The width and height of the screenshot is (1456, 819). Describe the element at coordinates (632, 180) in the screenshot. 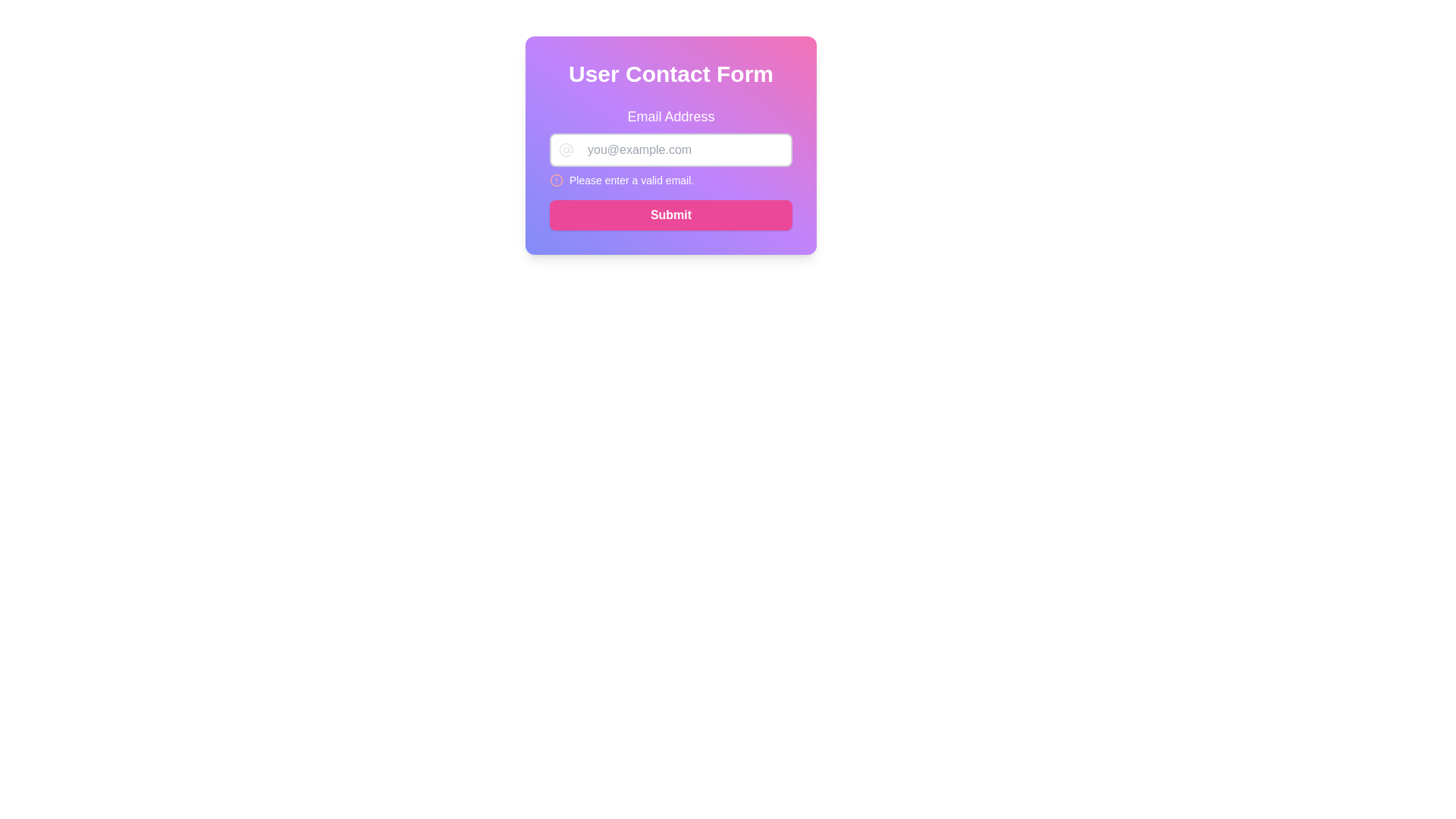

I see `the error feedback text label that instructs the user to enter a valid email address, which is positioned beneath the email input field and to the right of a red circular alert icon` at that location.